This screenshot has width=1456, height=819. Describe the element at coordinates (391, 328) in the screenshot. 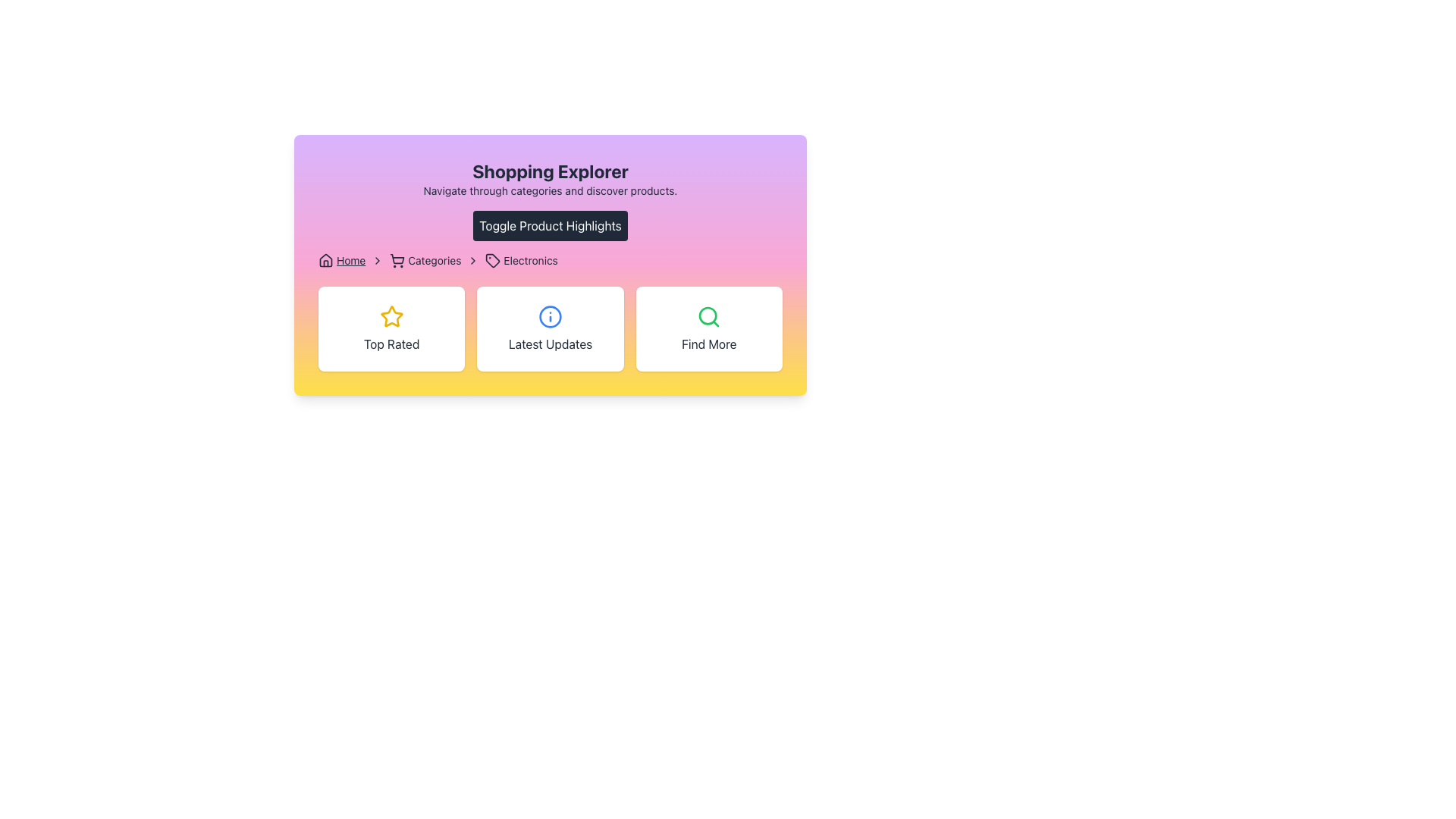

I see `the leftmost card in the horizontal row` at that location.